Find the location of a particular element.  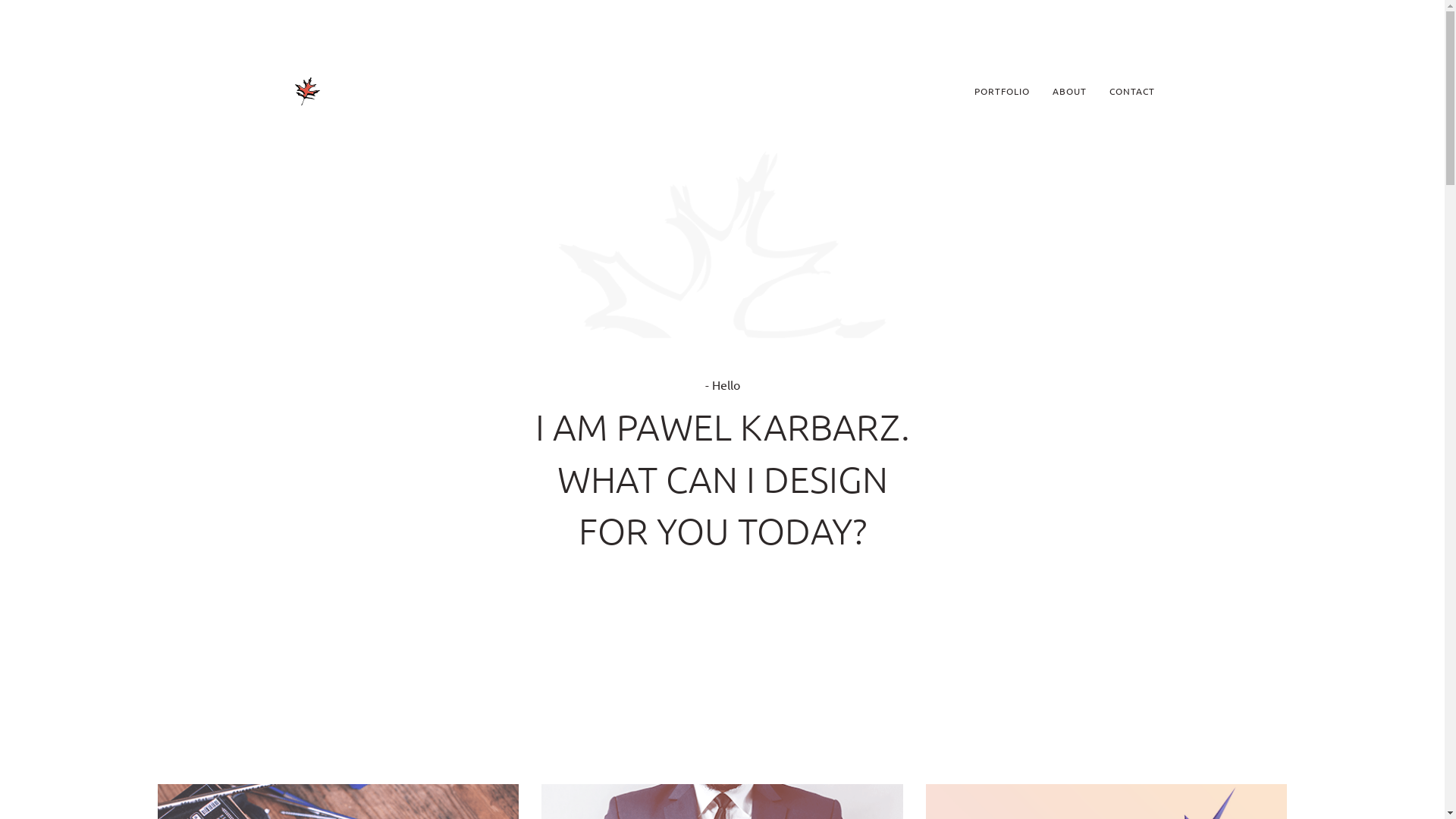

'ABOUT' is located at coordinates (1068, 90).